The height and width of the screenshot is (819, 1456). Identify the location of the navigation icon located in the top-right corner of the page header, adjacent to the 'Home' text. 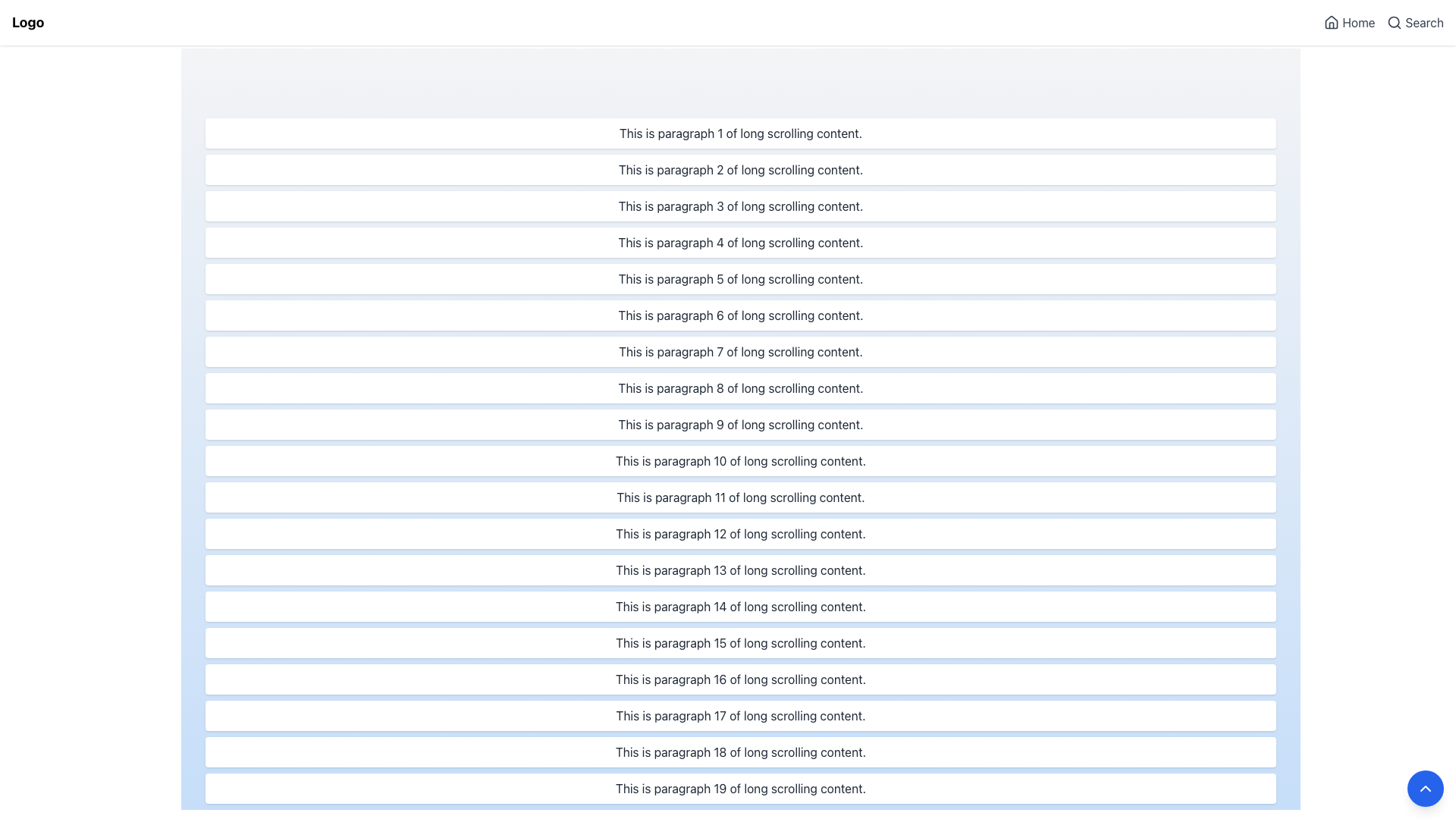
(1331, 22).